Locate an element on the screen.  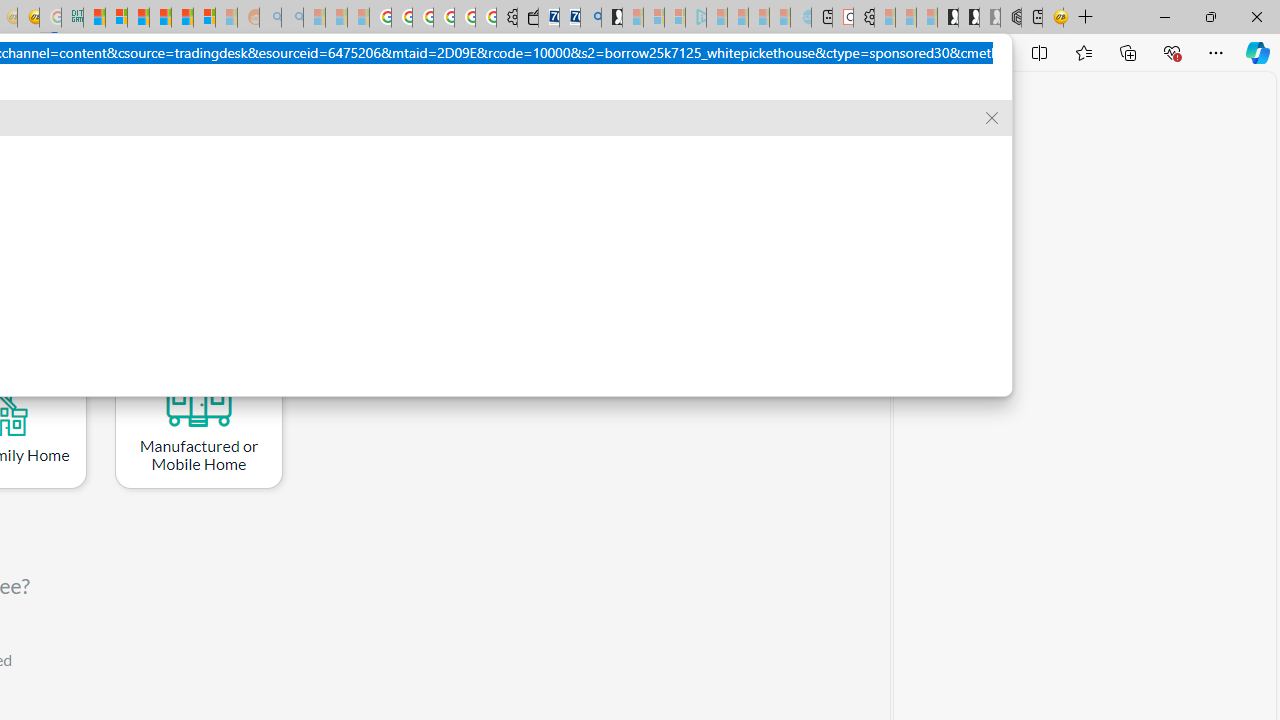
'Remove suggestion' is located at coordinates (992, 118).